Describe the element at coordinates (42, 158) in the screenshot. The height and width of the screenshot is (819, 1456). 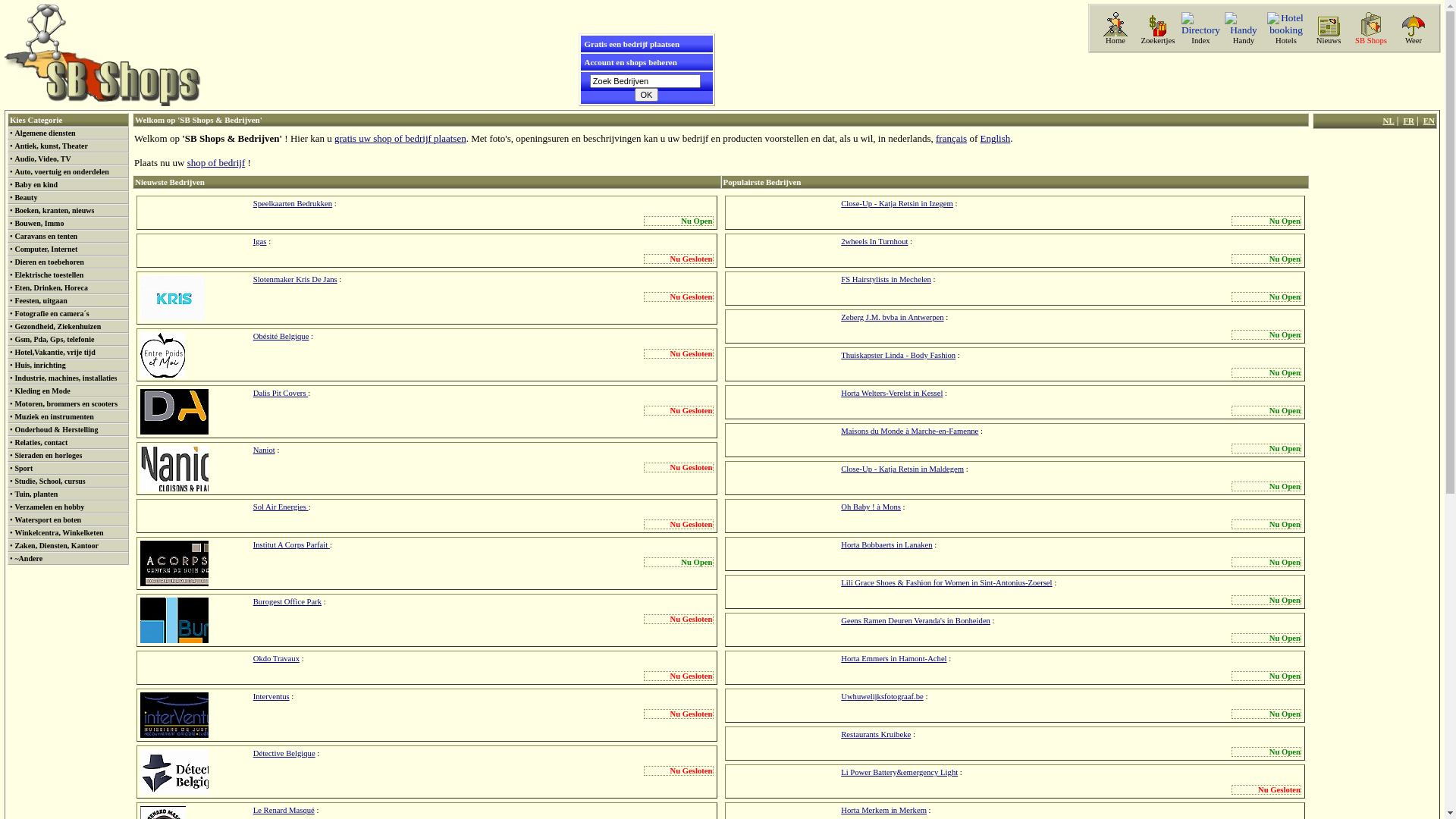
I see `'Audio, Video, TV'` at that location.